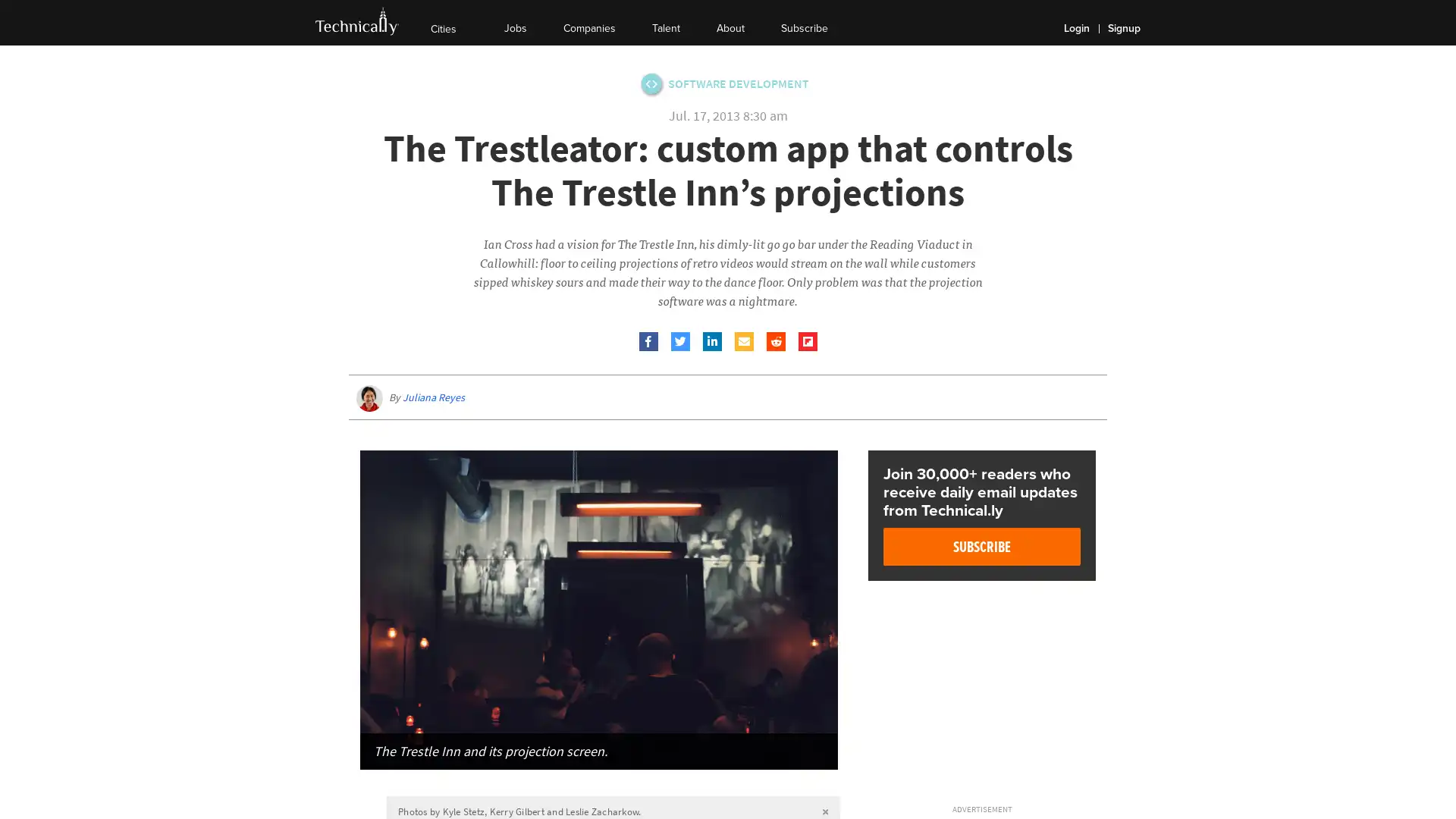 The width and height of the screenshot is (1456, 819). I want to click on Close, so click(1008, 783).